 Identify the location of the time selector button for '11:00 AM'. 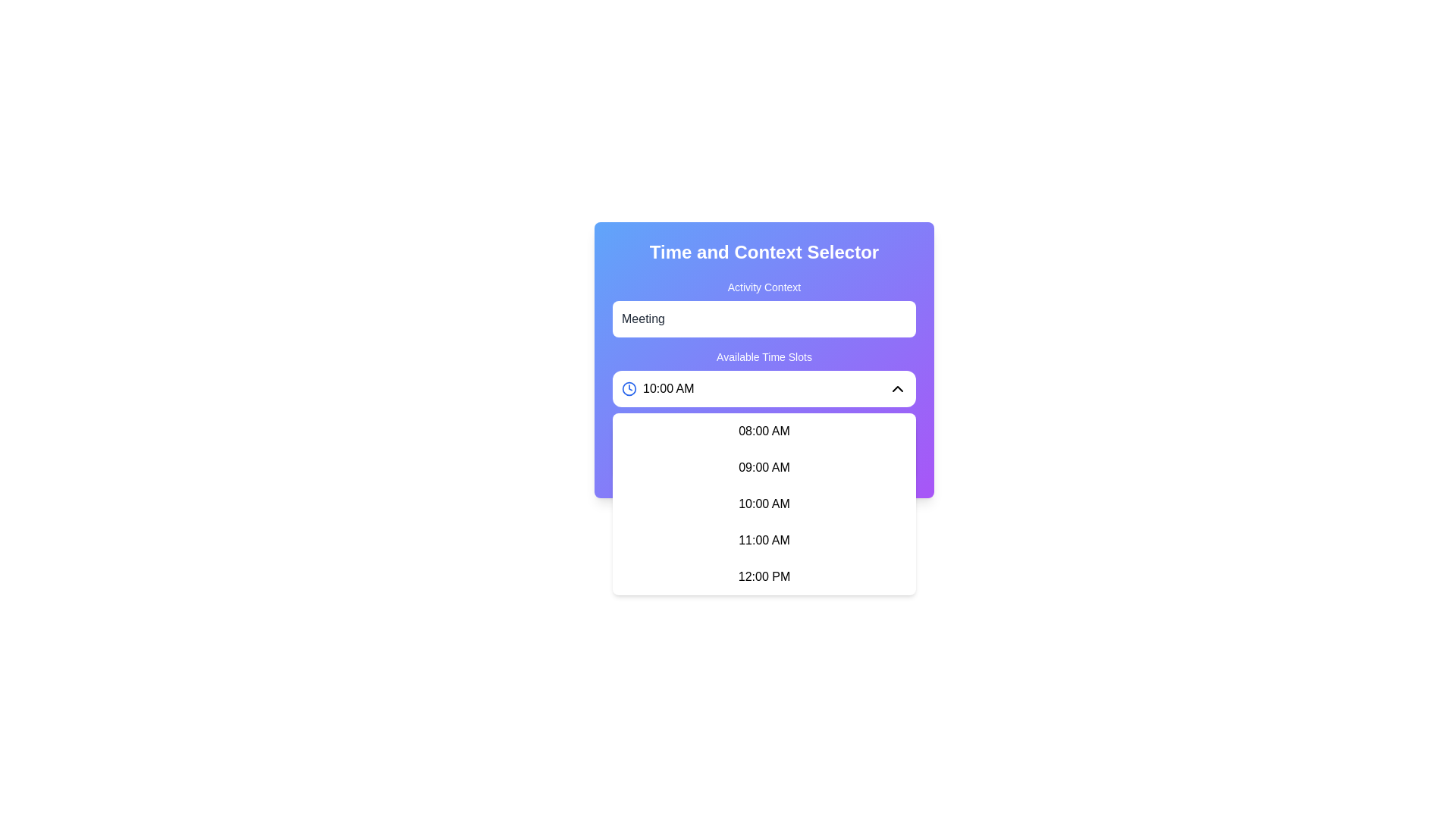
(764, 540).